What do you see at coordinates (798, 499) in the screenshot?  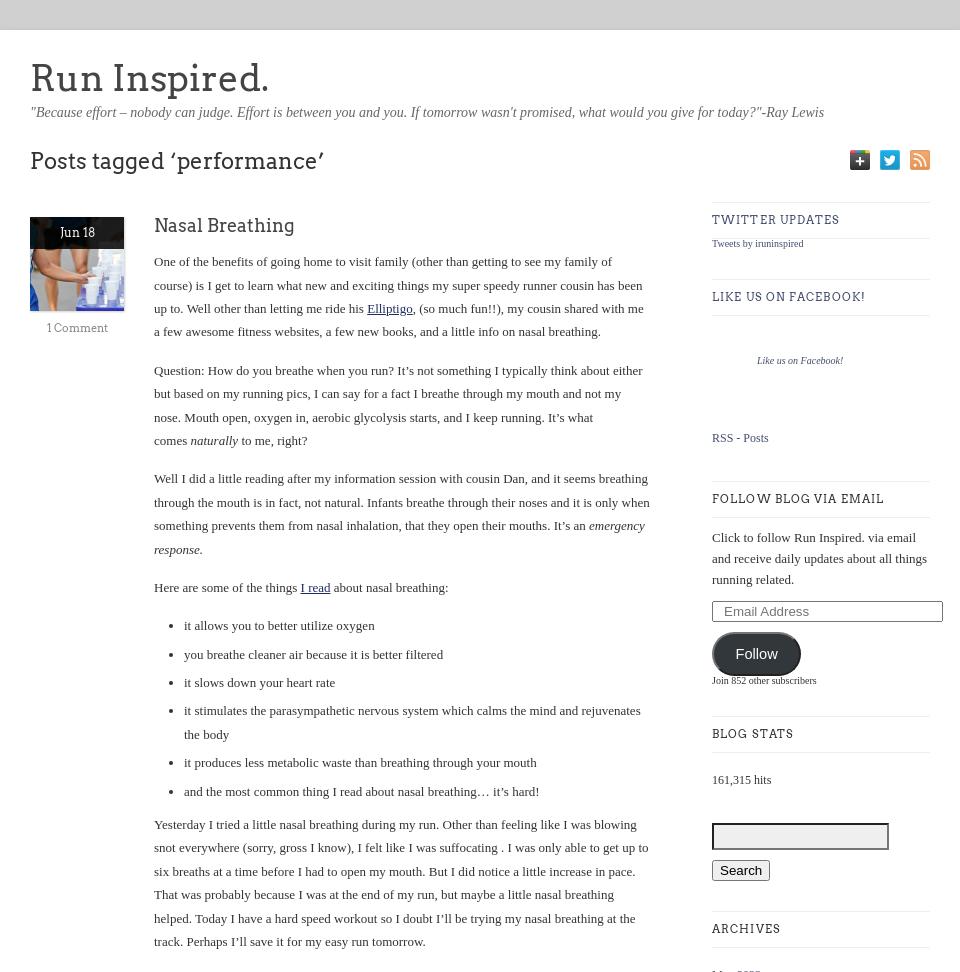 I see `'Follow Blog via Email'` at bounding box center [798, 499].